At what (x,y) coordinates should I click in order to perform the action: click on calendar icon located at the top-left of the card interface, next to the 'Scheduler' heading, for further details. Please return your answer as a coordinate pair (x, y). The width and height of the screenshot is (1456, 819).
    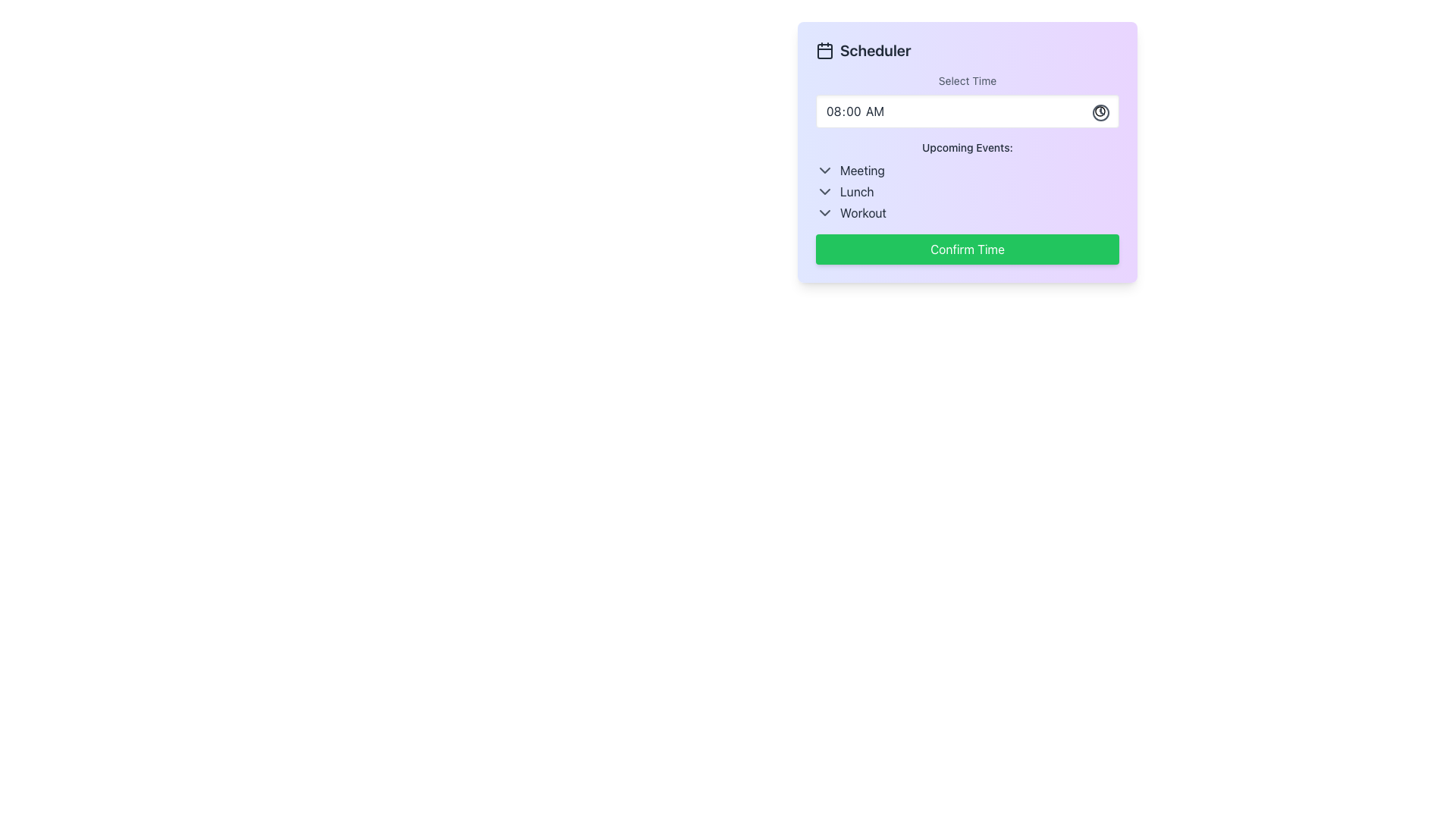
    Looking at the image, I should click on (824, 49).